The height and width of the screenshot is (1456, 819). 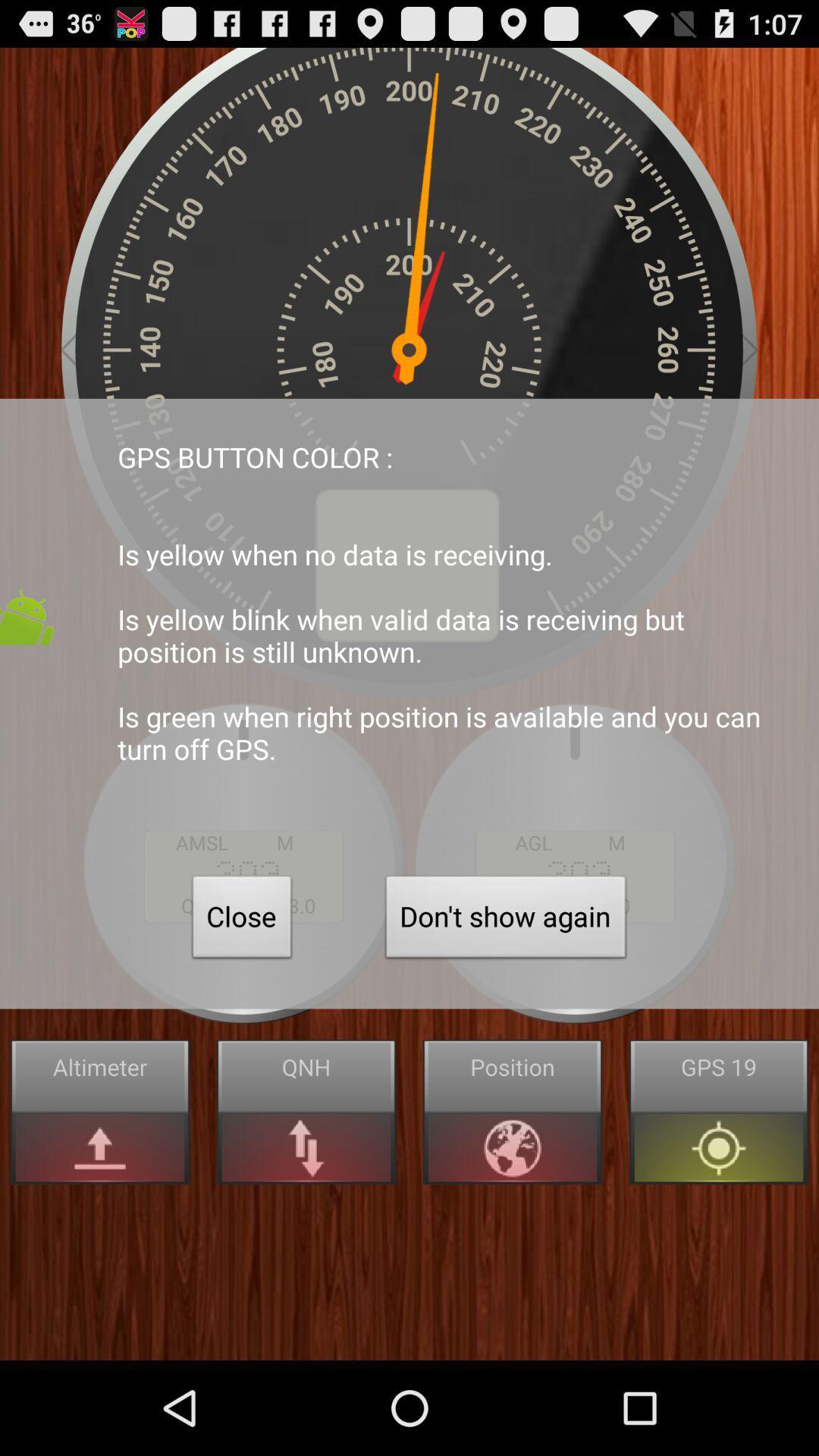 What do you see at coordinates (241, 920) in the screenshot?
I see `the button to the left of the don t show icon` at bounding box center [241, 920].